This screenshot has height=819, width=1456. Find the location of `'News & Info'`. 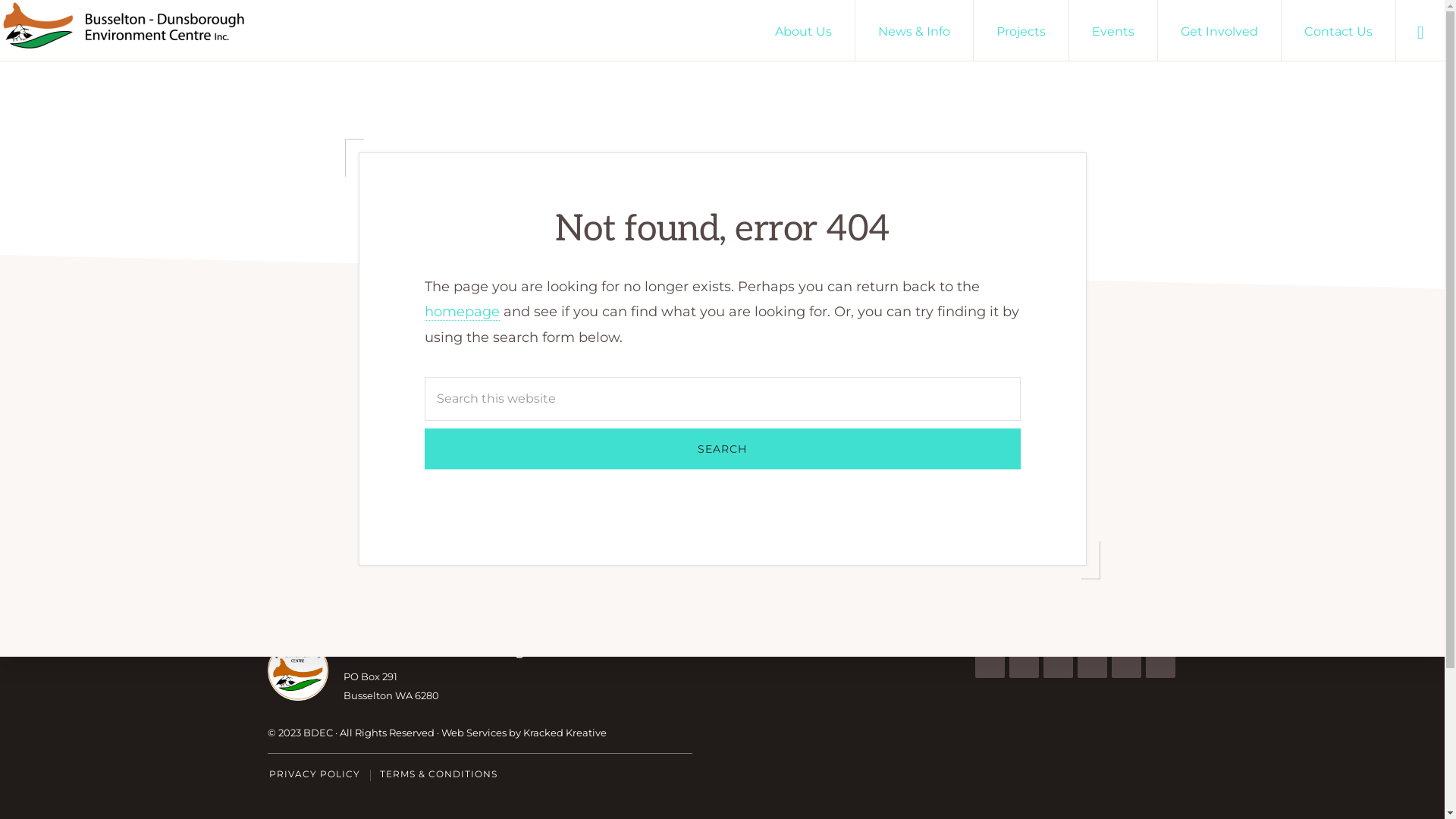

'News & Info' is located at coordinates (913, 30).